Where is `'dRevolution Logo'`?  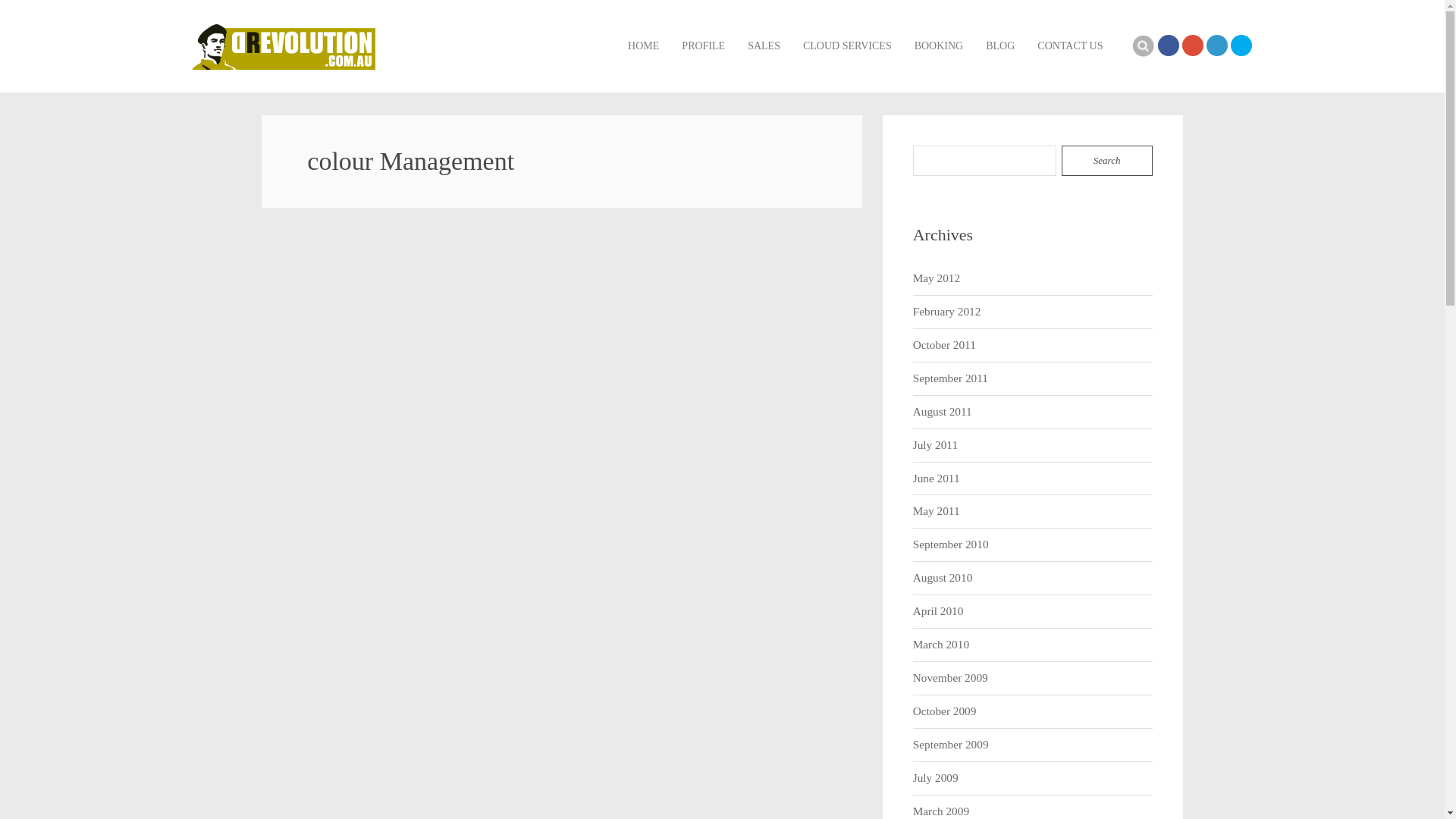 'dRevolution Logo' is located at coordinates (283, 45).